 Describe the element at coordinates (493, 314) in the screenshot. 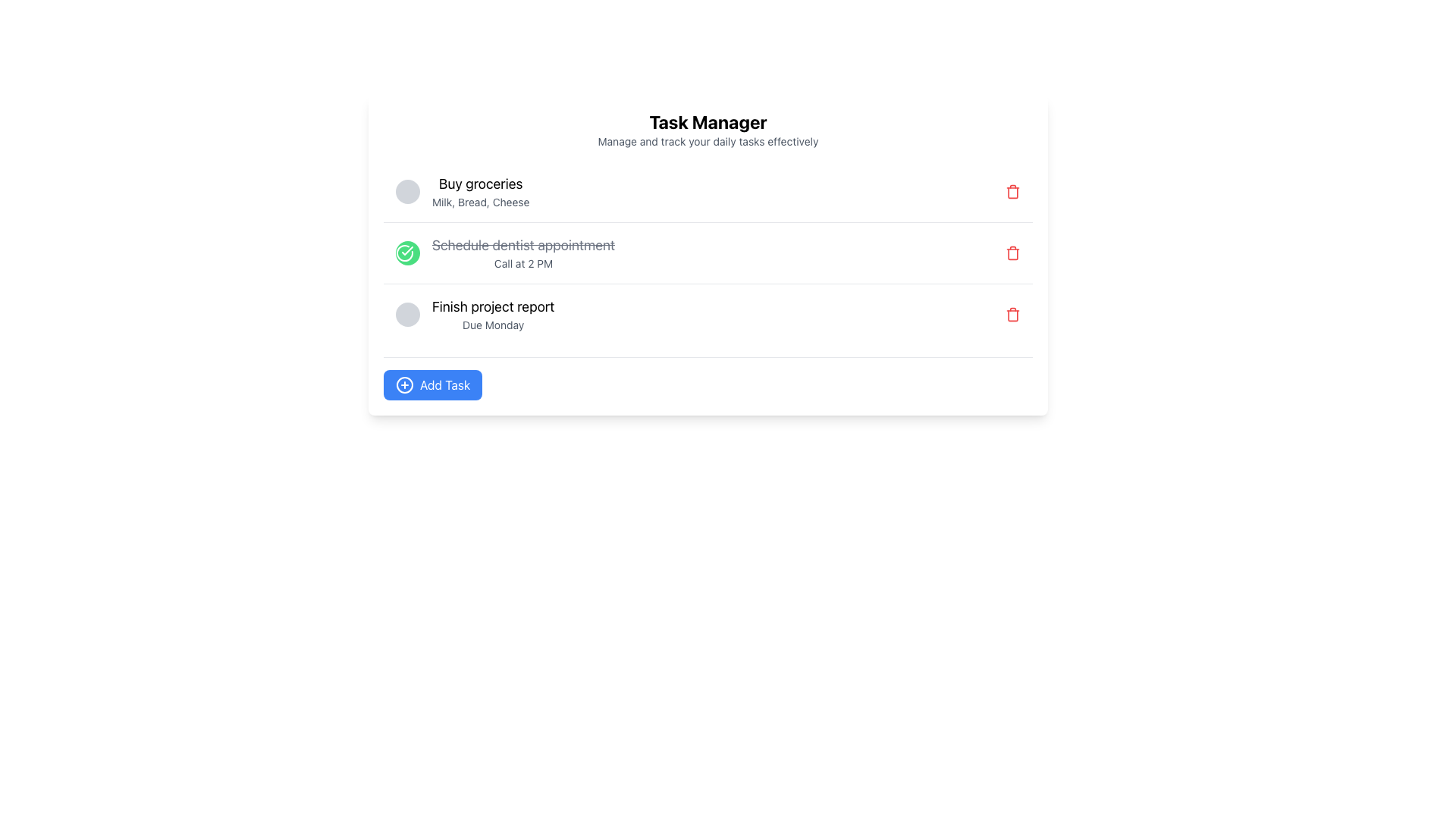

I see `the text label that reads 'Finish project report' with the due date 'Due Monday' in the task management interface` at that location.